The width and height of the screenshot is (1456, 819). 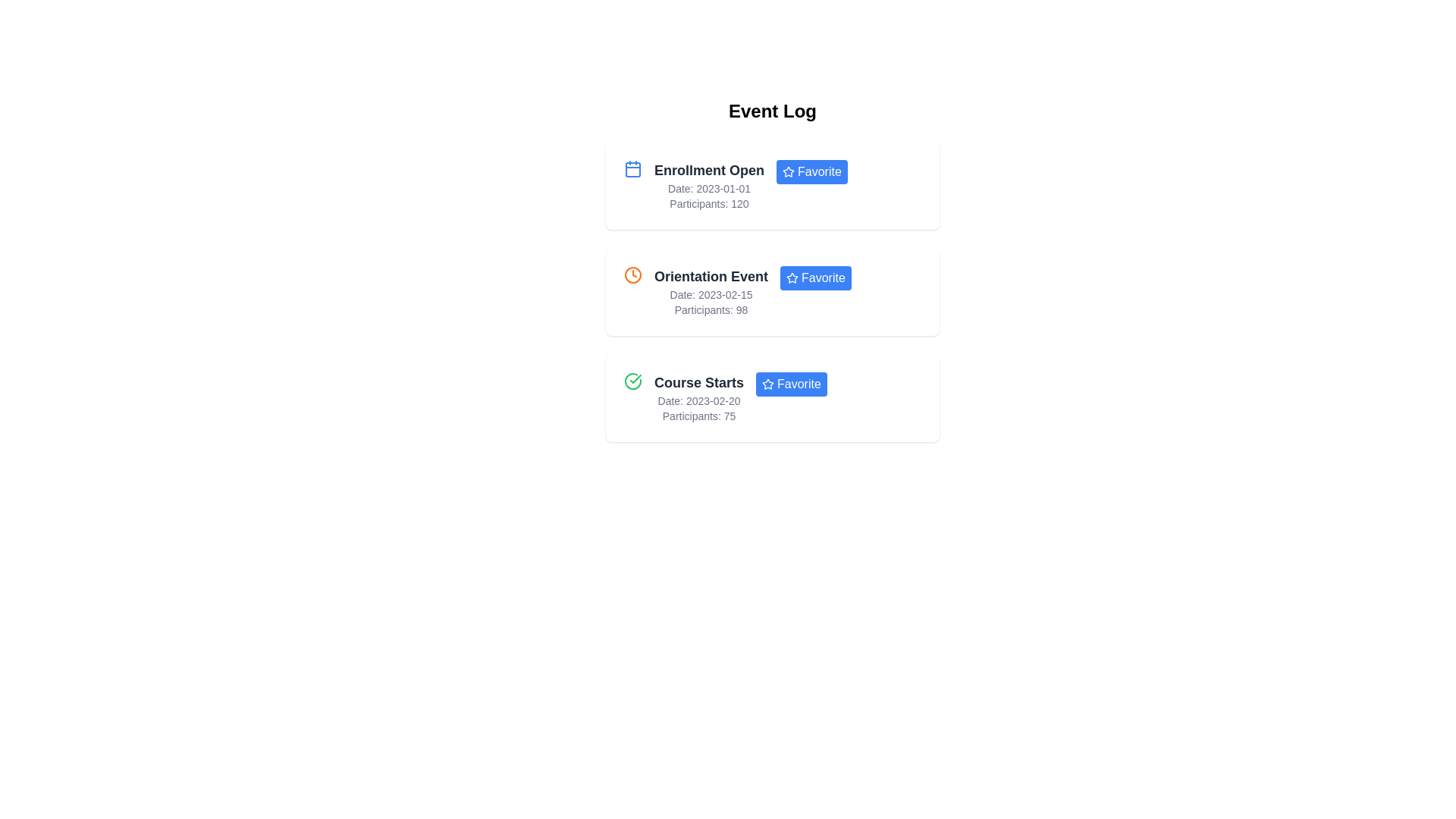 What do you see at coordinates (633, 380) in the screenshot?
I see `the 'completed' icon located to the left of the 'Course Starts' header in the third list item of the event log` at bounding box center [633, 380].